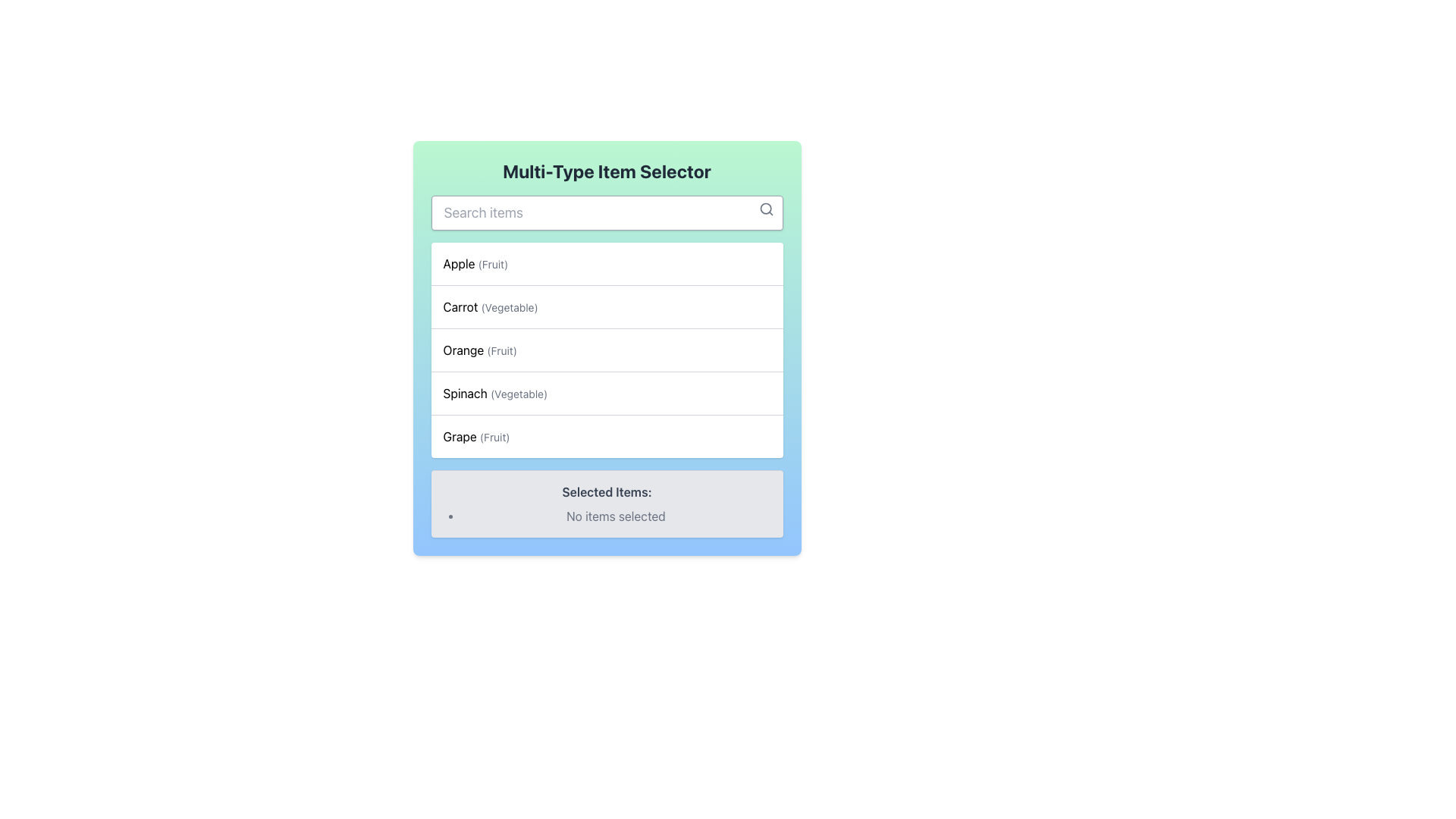 The width and height of the screenshot is (1456, 819). What do you see at coordinates (475, 262) in the screenshot?
I see `the selectable list item labeled 'Apple (Fruit)'` at bounding box center [475, 262].